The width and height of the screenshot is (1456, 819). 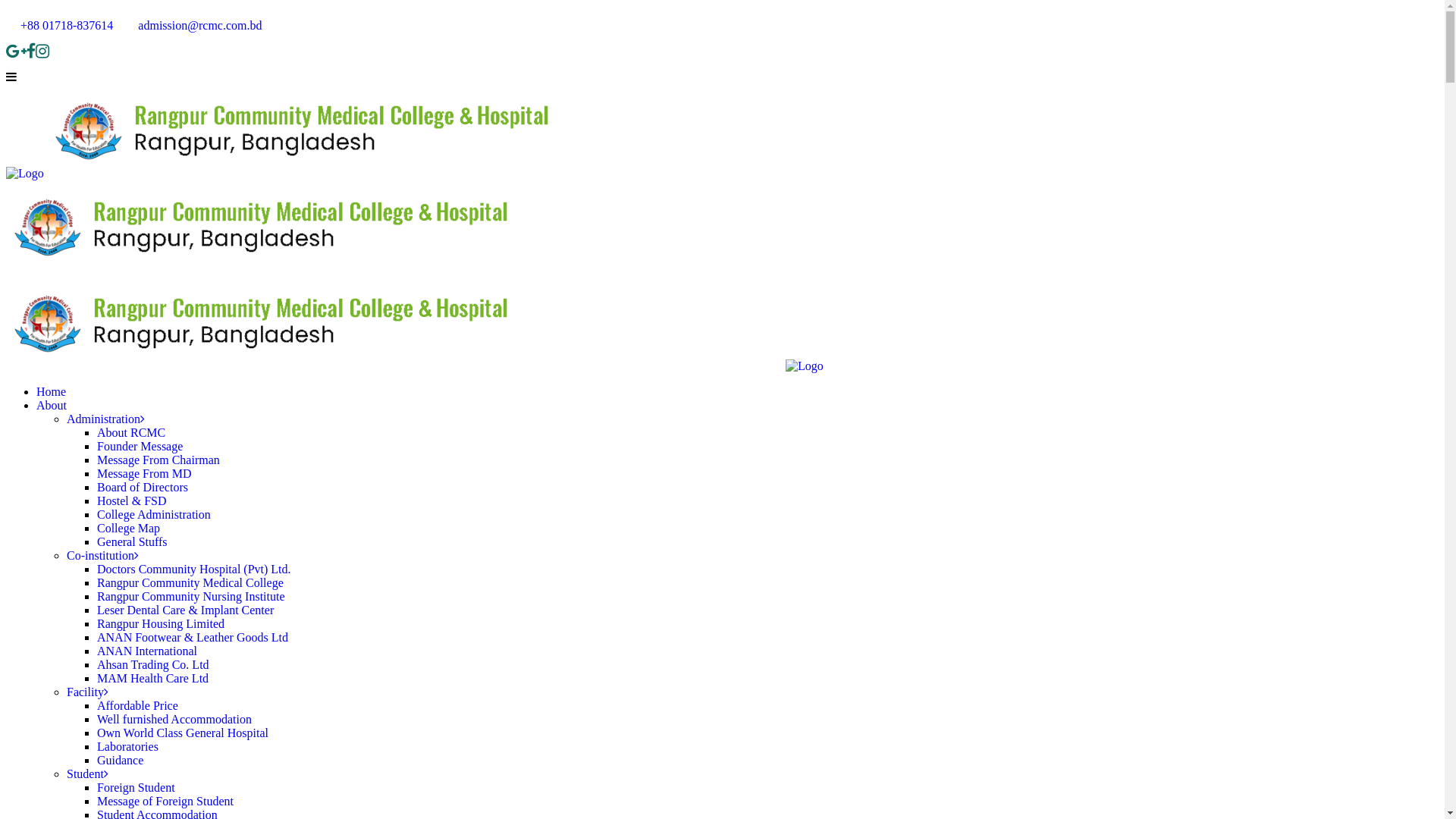 I want to click on 'Message From Chairman', so click(x=158, y=459).